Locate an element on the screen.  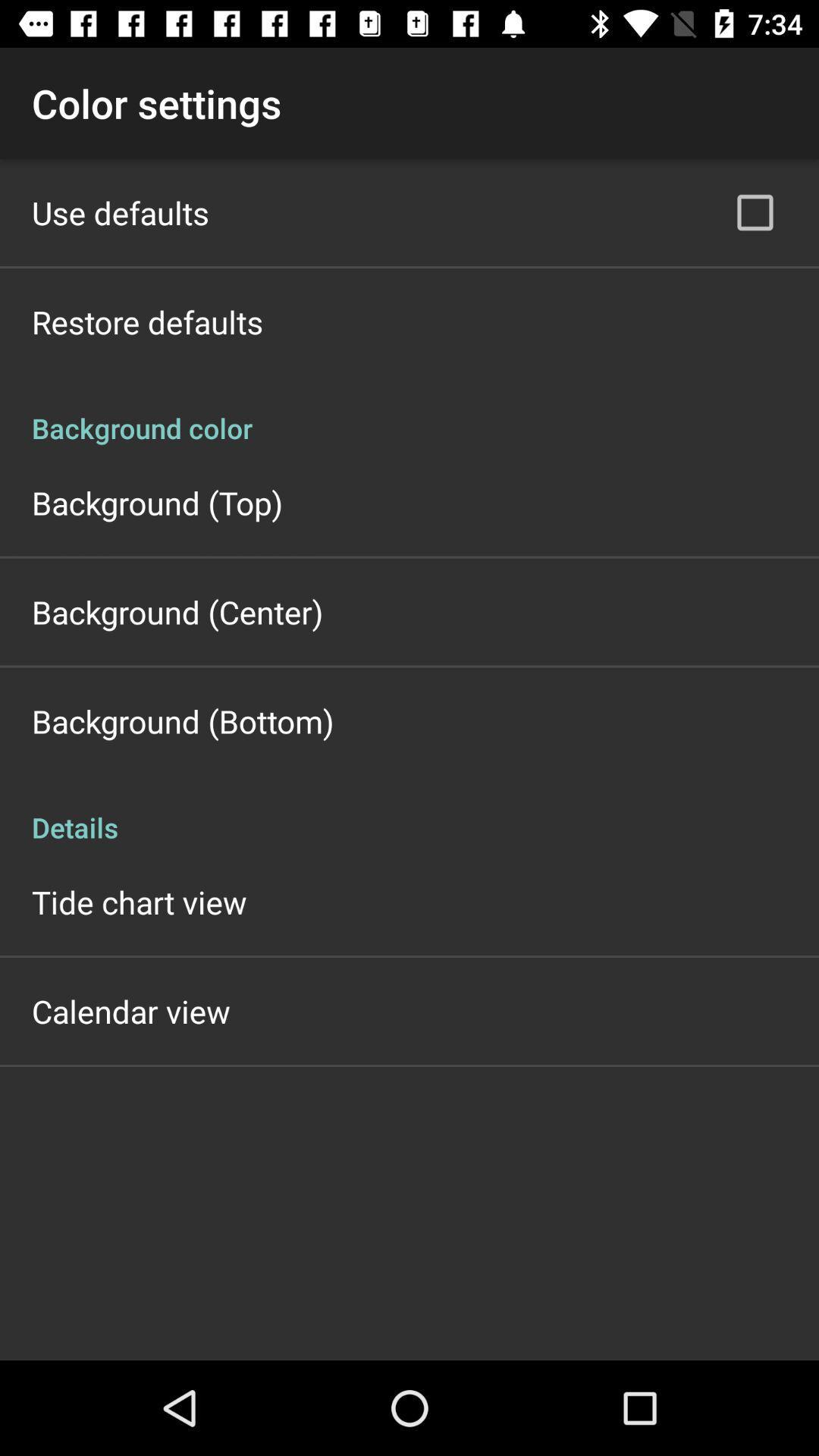
background color icon is located at coordinates (409, 412).